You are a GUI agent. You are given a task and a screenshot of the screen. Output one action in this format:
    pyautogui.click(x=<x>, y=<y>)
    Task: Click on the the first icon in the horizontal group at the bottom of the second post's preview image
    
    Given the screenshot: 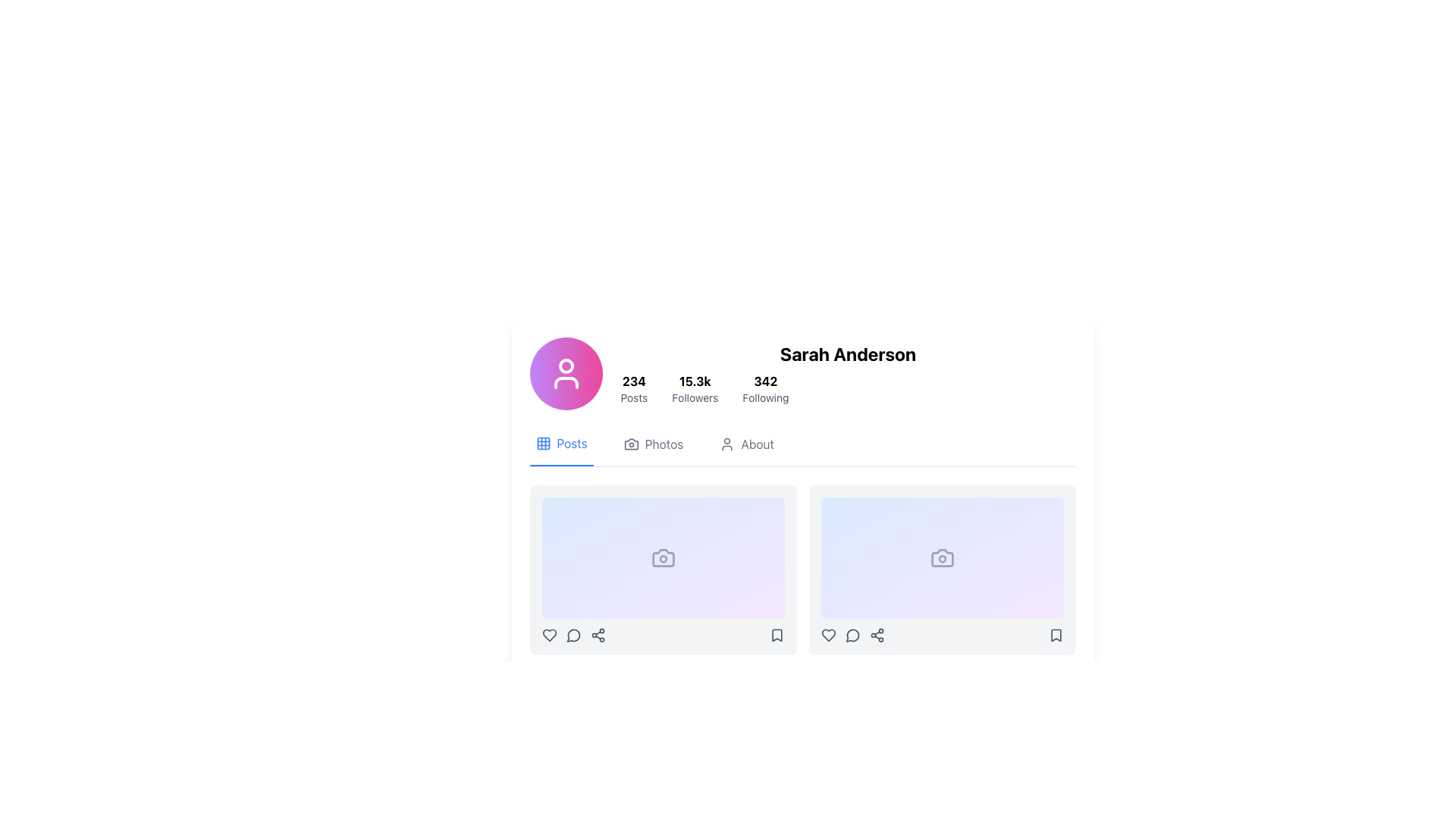 What is the action you would take?
    pyautogui.click(x=827, y=635)
    